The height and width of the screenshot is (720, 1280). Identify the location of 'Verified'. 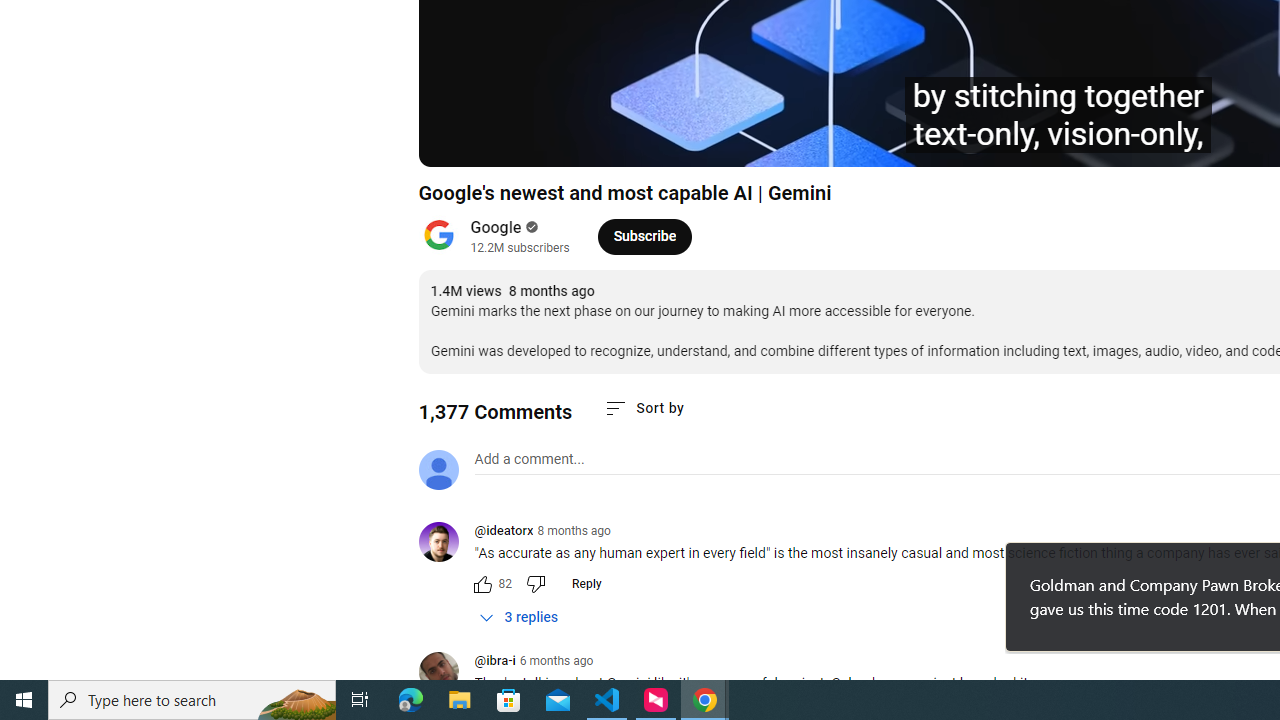
(530, 226).